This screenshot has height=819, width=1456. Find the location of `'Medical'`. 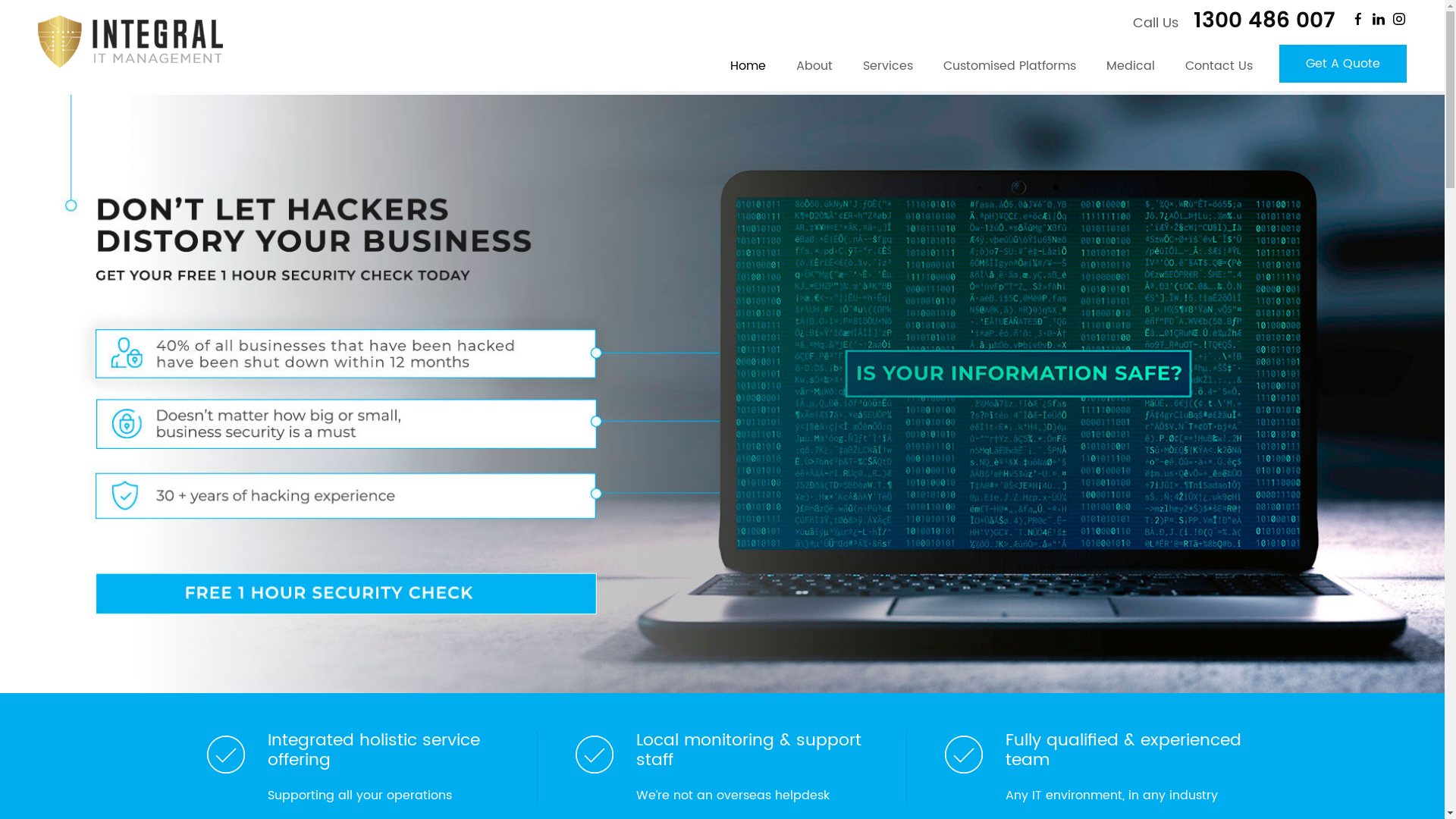

'Medical' is located at coordinates (1131, 70).